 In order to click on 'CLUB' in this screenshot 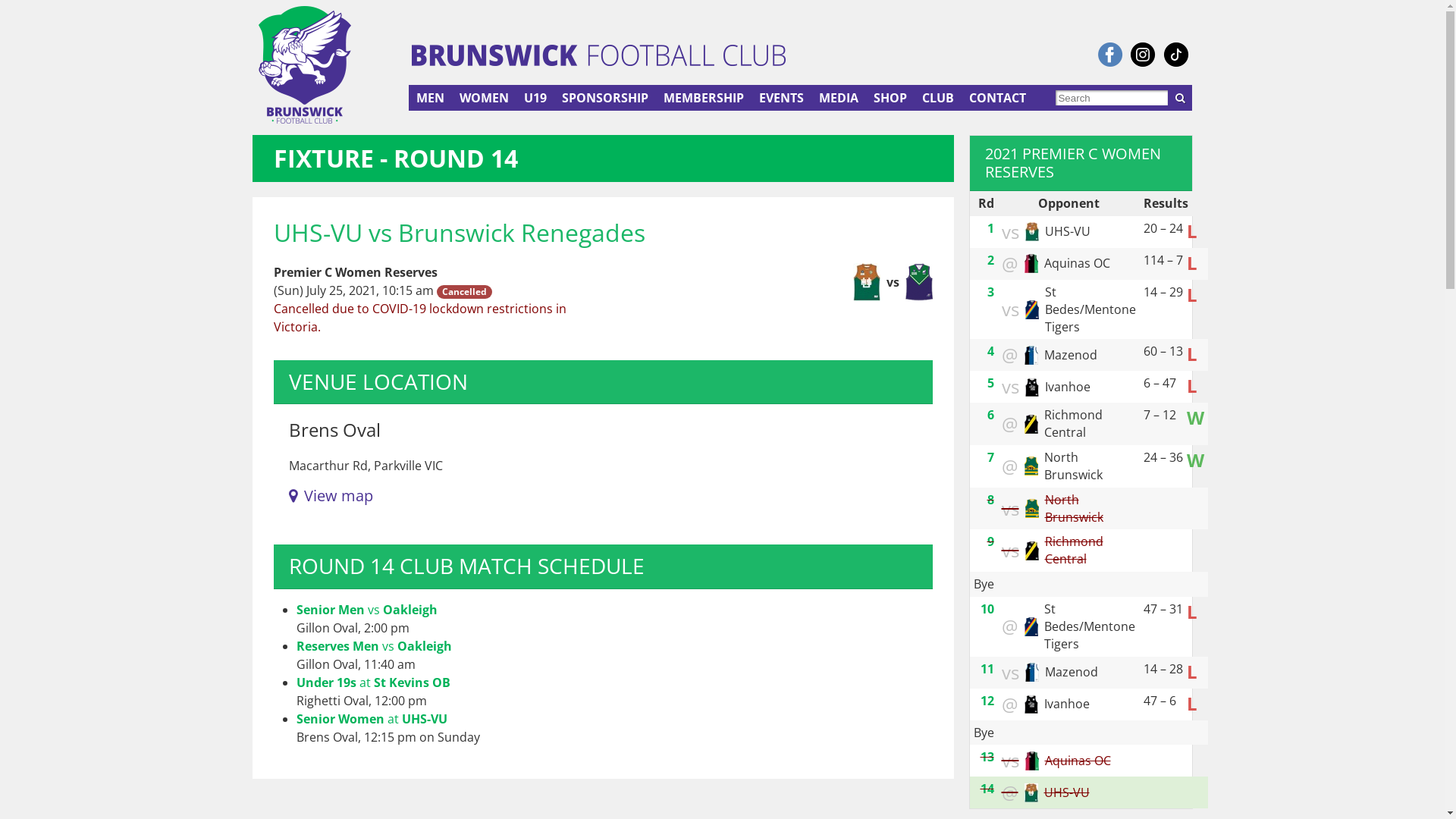, I will do `click(937, 97)`.